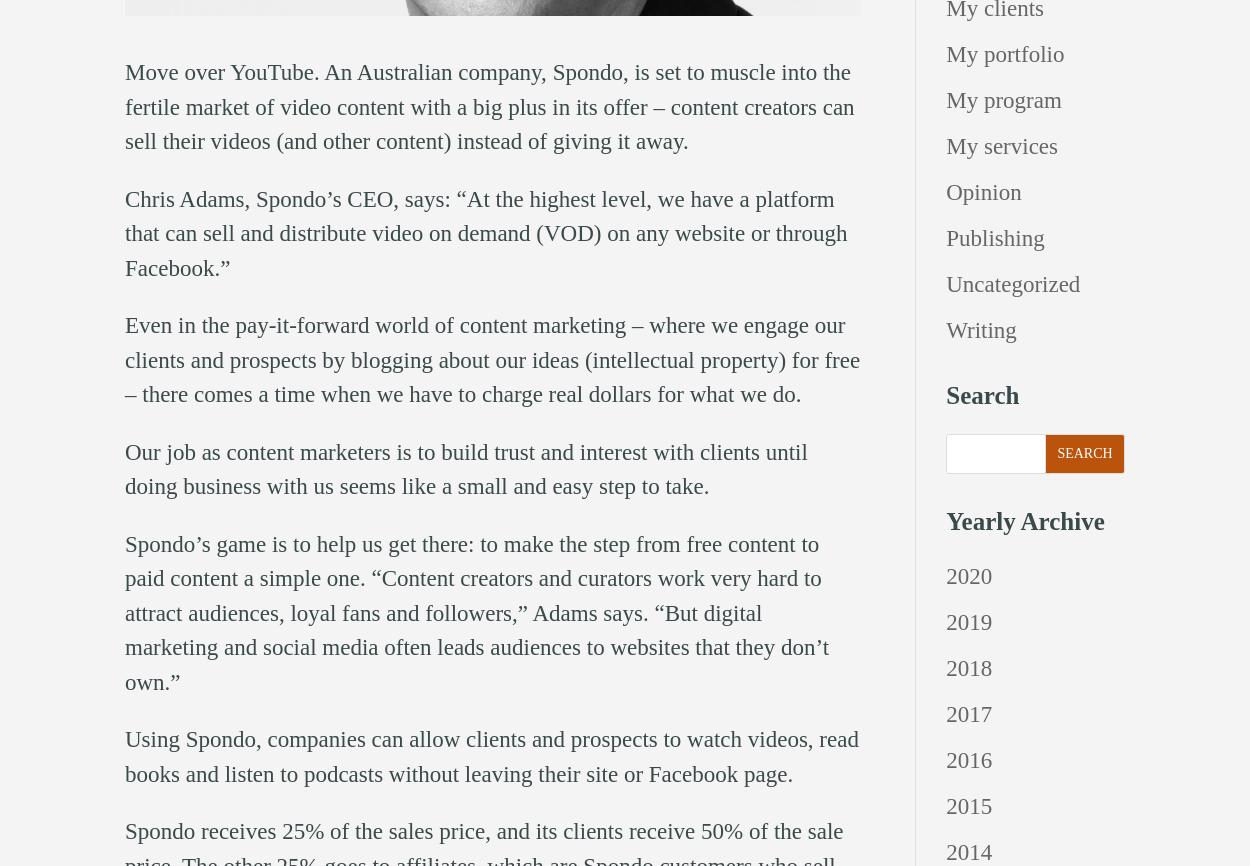 The height and width of the screenshot is (866, 1250). Describe the element at coordinates (968, 851) in the screenshot. I see `'2014'` at that location.